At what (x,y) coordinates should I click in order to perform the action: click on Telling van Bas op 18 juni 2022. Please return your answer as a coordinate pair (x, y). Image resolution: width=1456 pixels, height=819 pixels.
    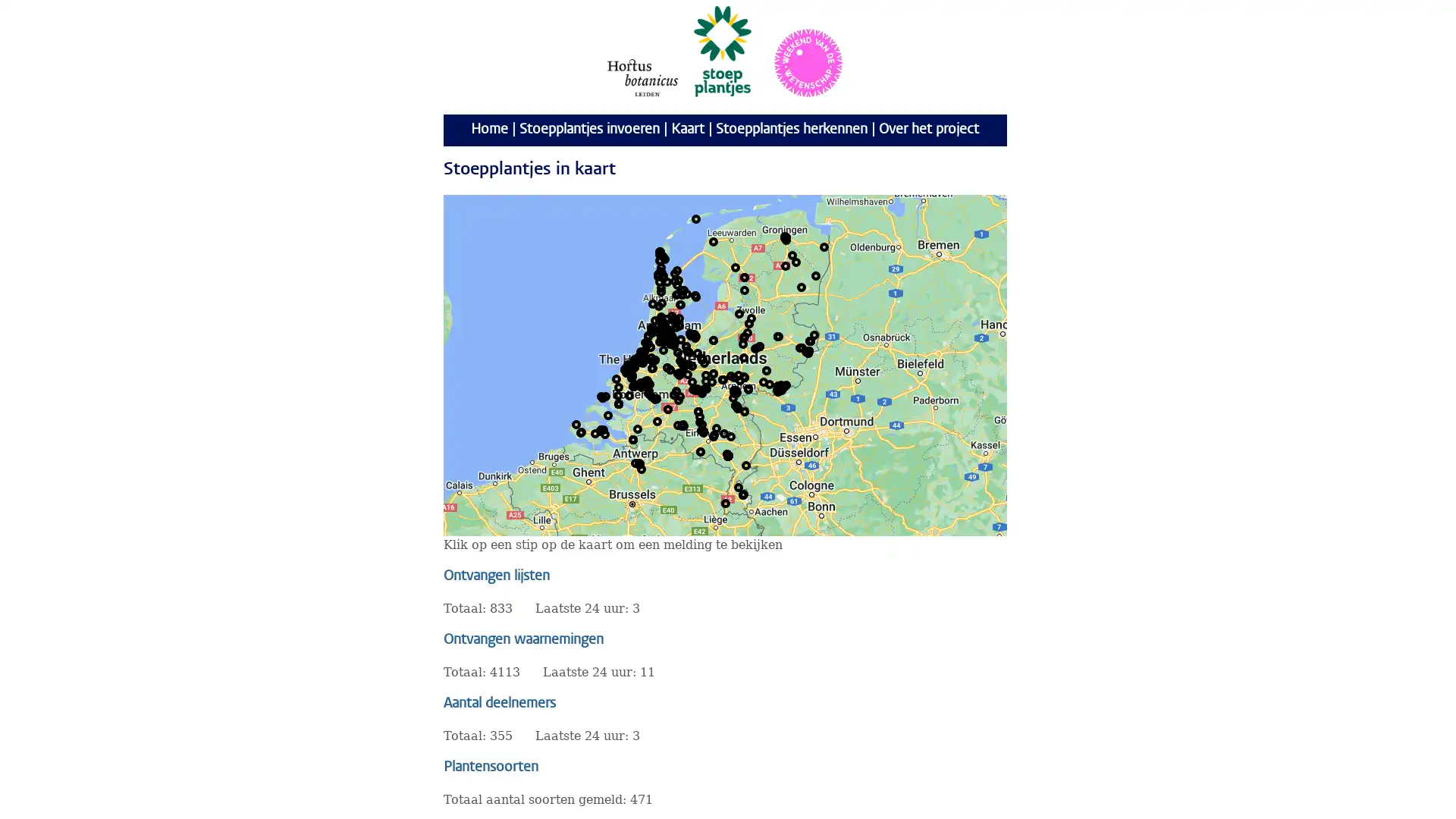
    Looking at the image, I should click on (735, 391).